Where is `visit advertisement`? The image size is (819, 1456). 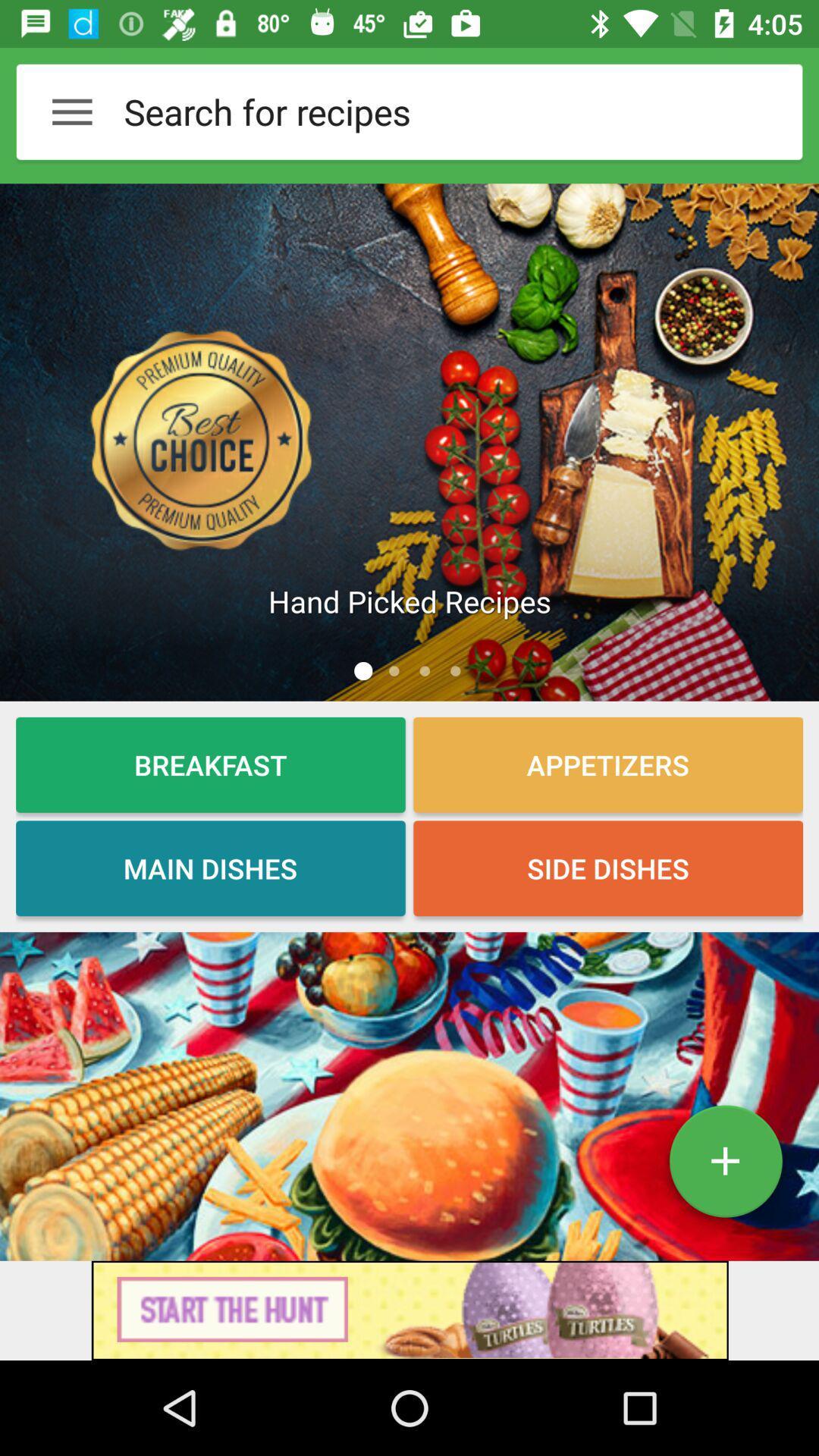
visit advertisement is located at coordinates (409, 1310).